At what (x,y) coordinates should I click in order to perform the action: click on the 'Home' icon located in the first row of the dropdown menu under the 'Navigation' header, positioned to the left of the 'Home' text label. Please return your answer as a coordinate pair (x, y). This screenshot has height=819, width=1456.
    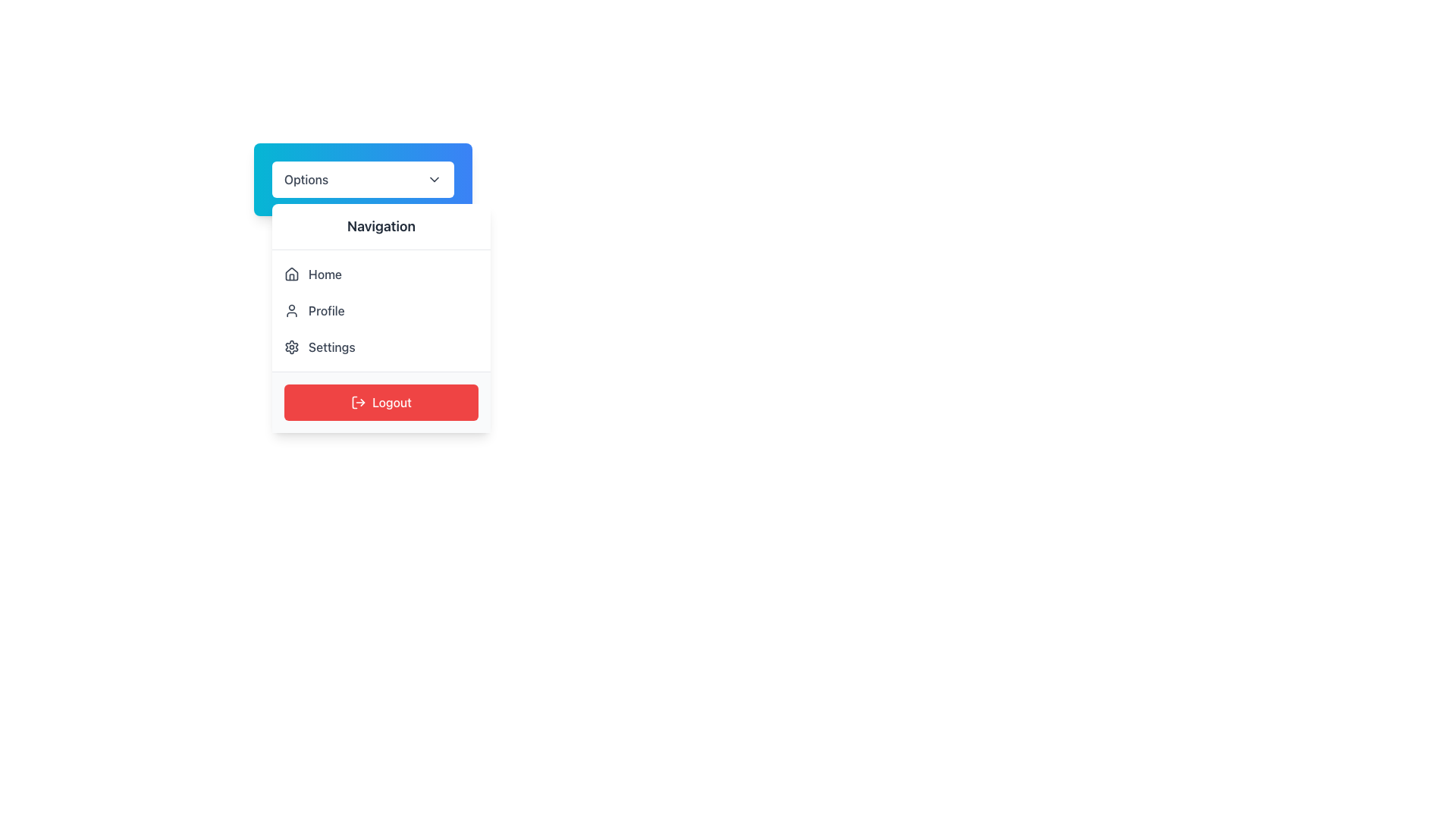
    Looking at the image, I should click on (291, 275).